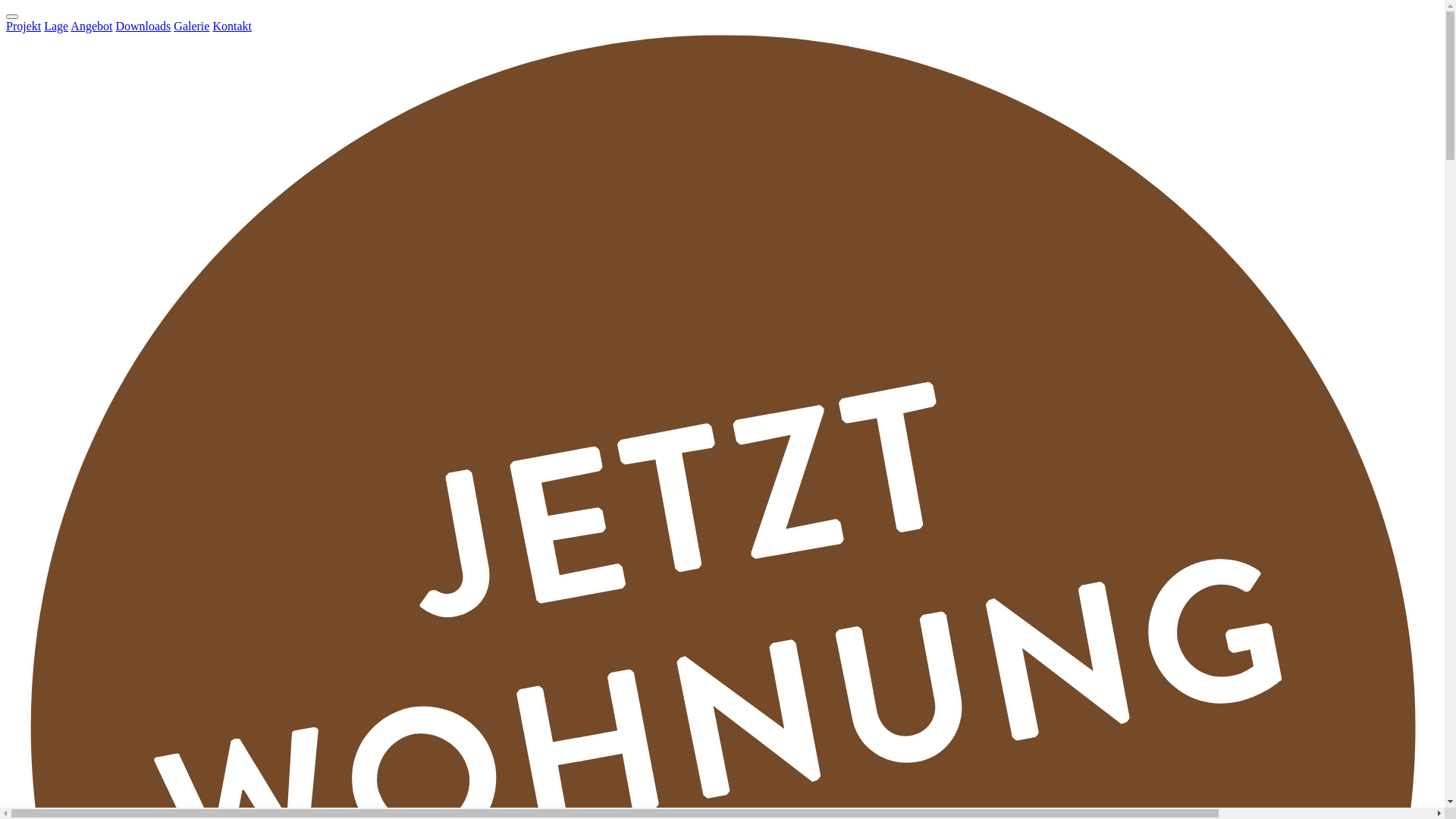  I want to click on 'Projekt', so click(23, 26).